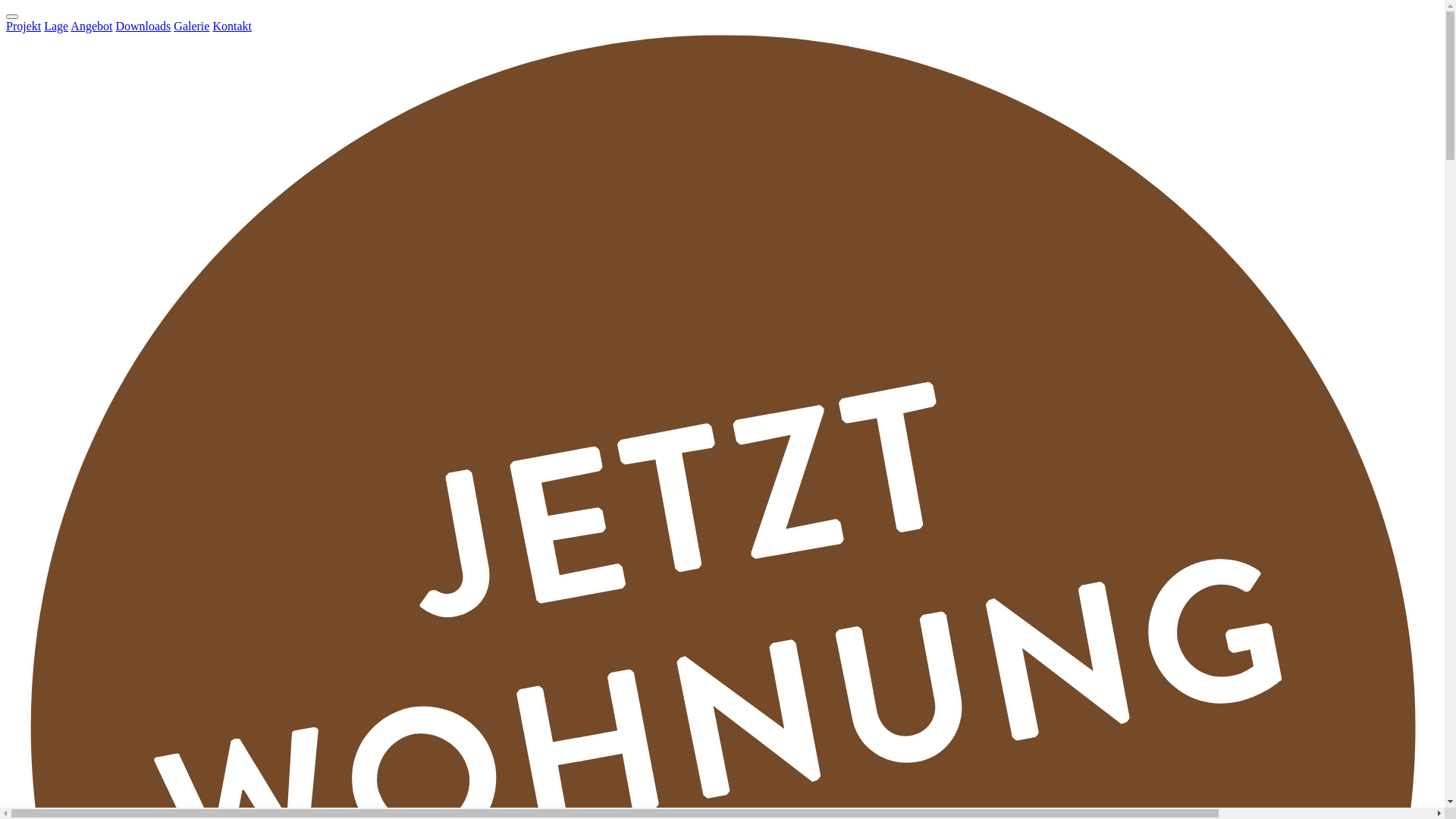  I want to click on 'Projekt', so click(23, 26).